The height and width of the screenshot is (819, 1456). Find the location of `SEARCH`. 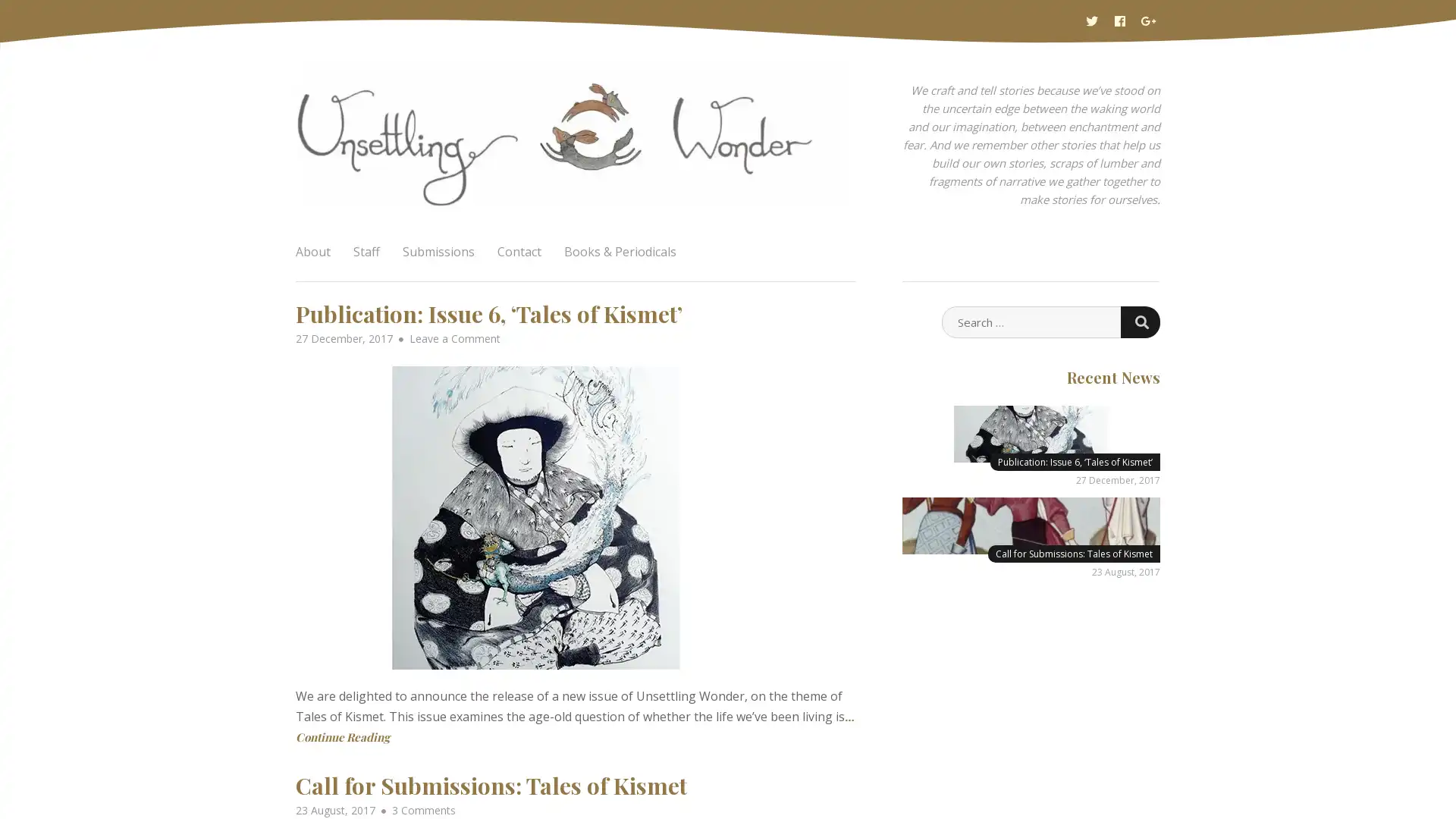

SEARCH is located at coordinates (1140, 321).